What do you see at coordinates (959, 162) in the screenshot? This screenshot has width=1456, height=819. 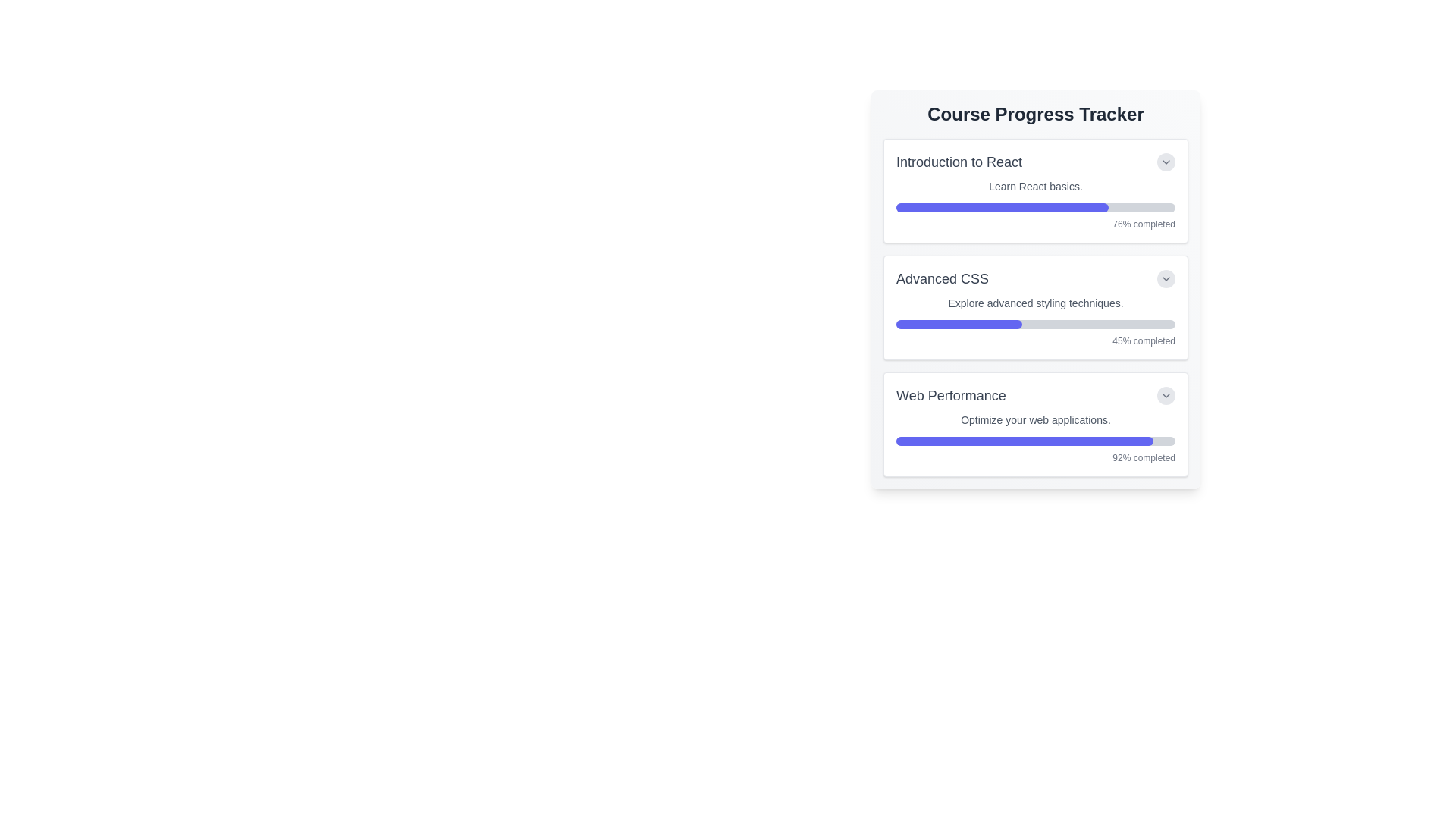 I see `the text label displaying 'Introduction to React' in a large, bold font at the top of the progress tracker interface` at bounding box center [959, 162].